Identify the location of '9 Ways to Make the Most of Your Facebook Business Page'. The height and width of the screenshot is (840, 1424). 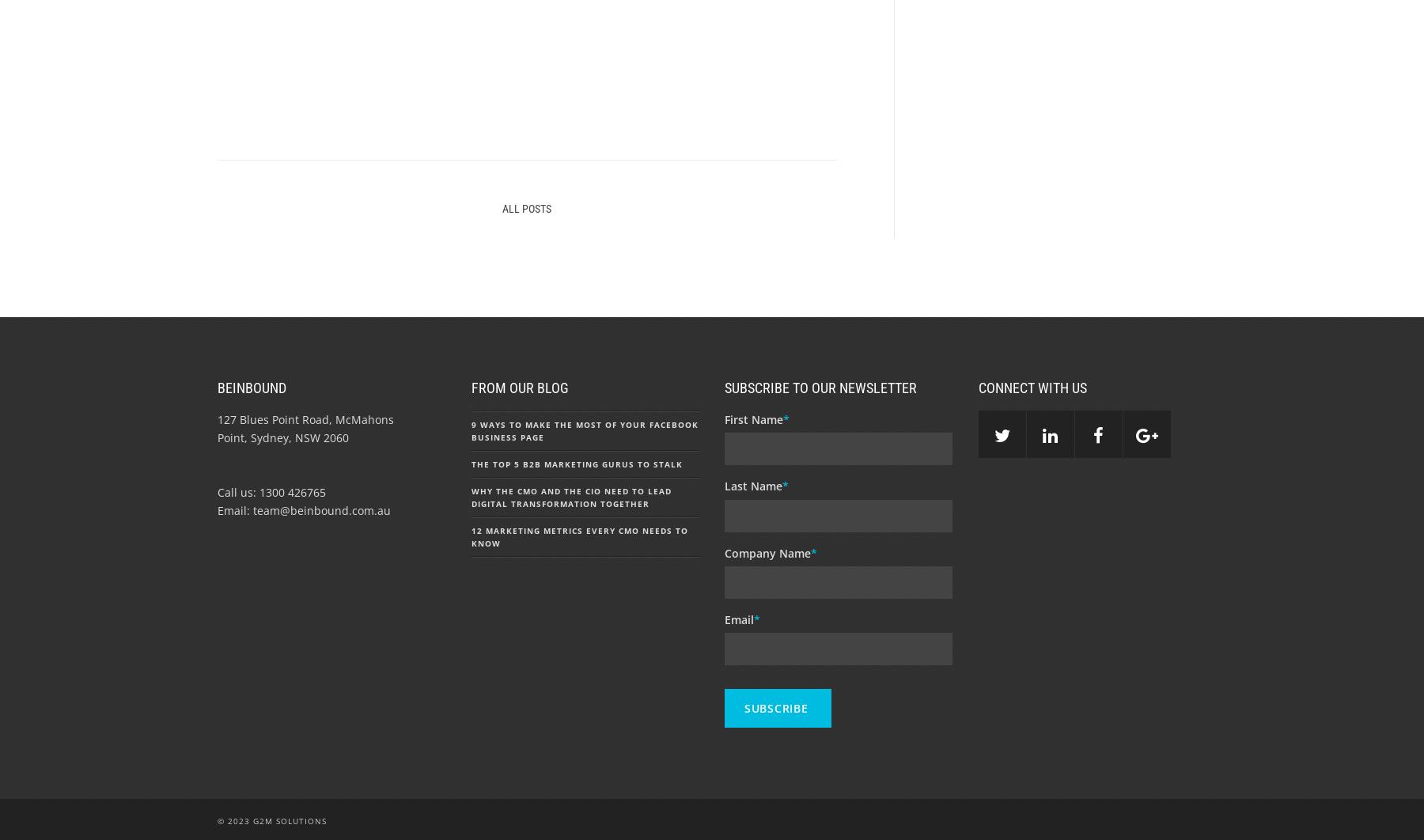
(583, 429).